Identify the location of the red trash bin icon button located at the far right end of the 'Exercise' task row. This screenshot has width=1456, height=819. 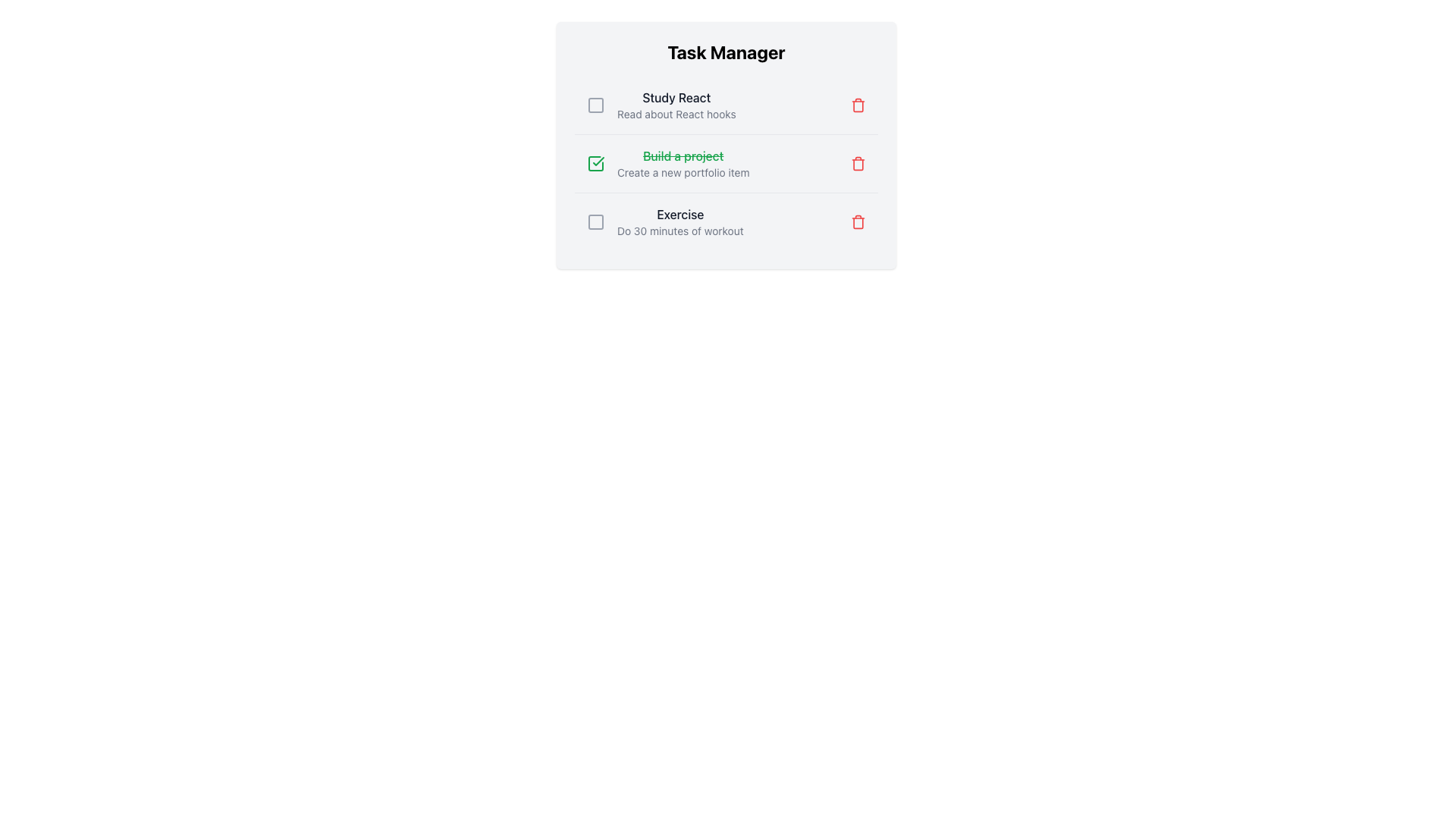
(858, 222).